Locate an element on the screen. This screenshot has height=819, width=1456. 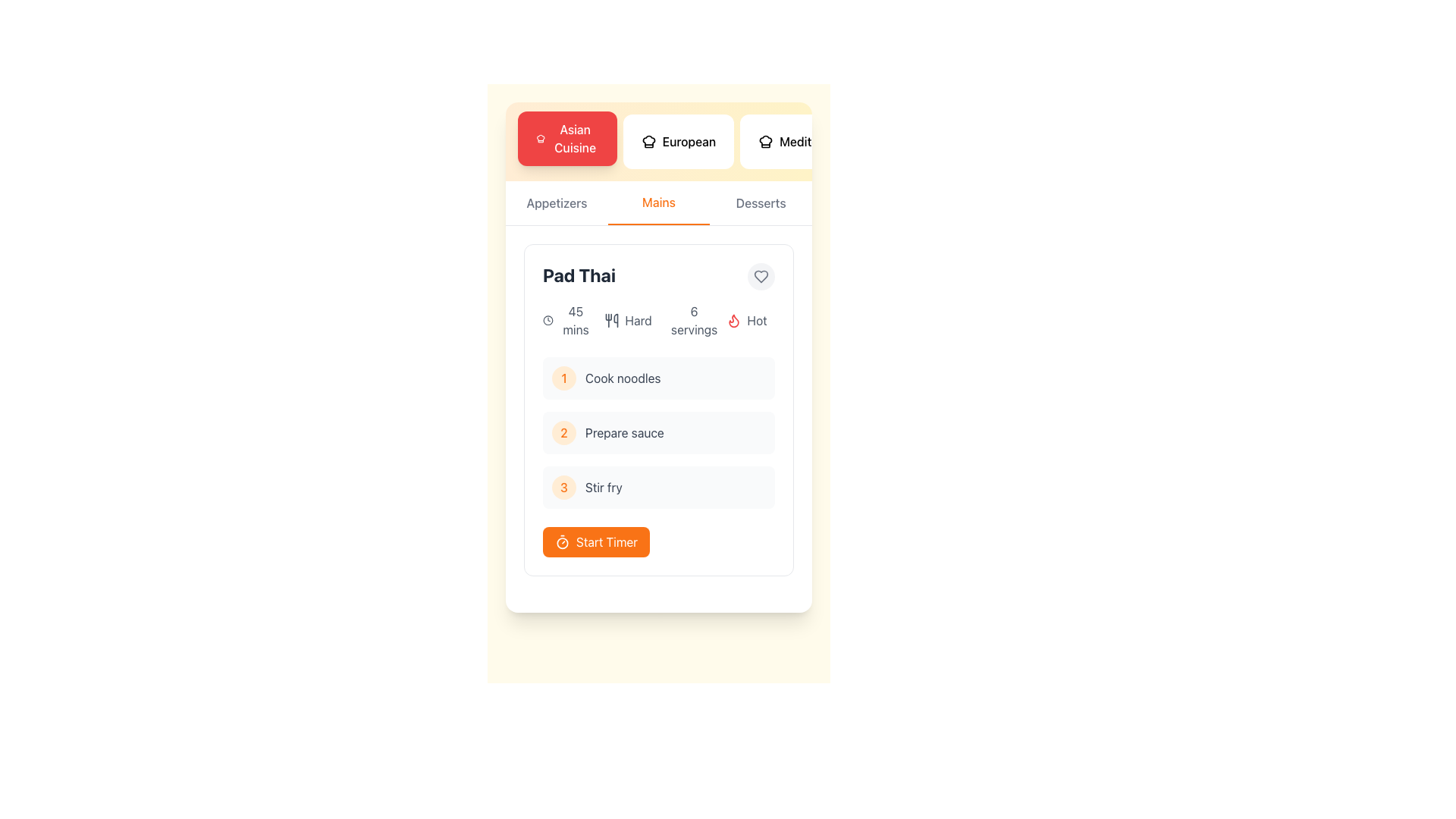
the clock icon representing the preparation time for the 'Pad Thai' recipe located in the upper-right portion of the card, just to the left of the '45 mins' text is located at coordinates (548, 320).